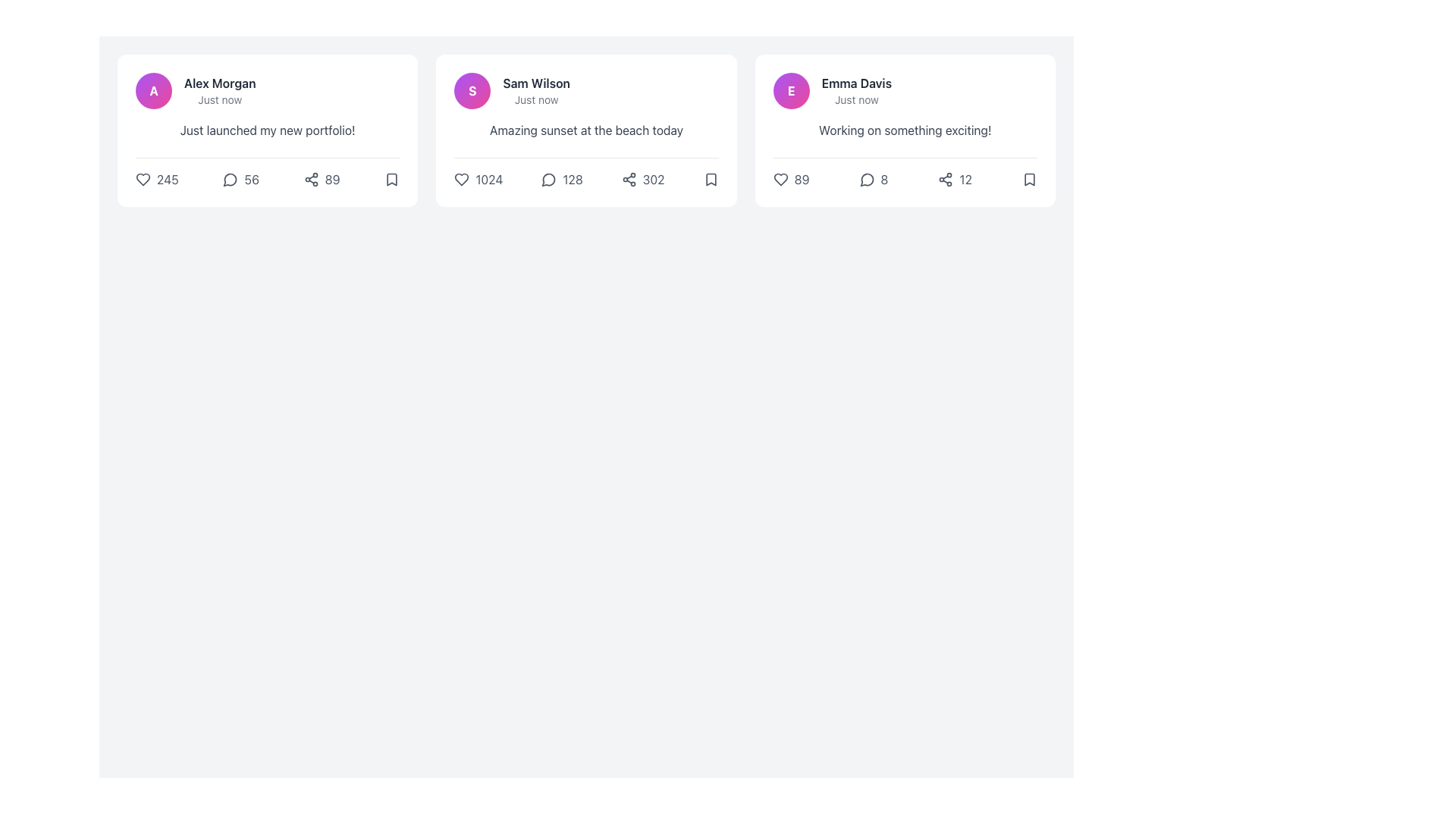 The image size is (1456, 819). I want to click on the heart-shaped icon below the first post to like the post, so click(143, 178).